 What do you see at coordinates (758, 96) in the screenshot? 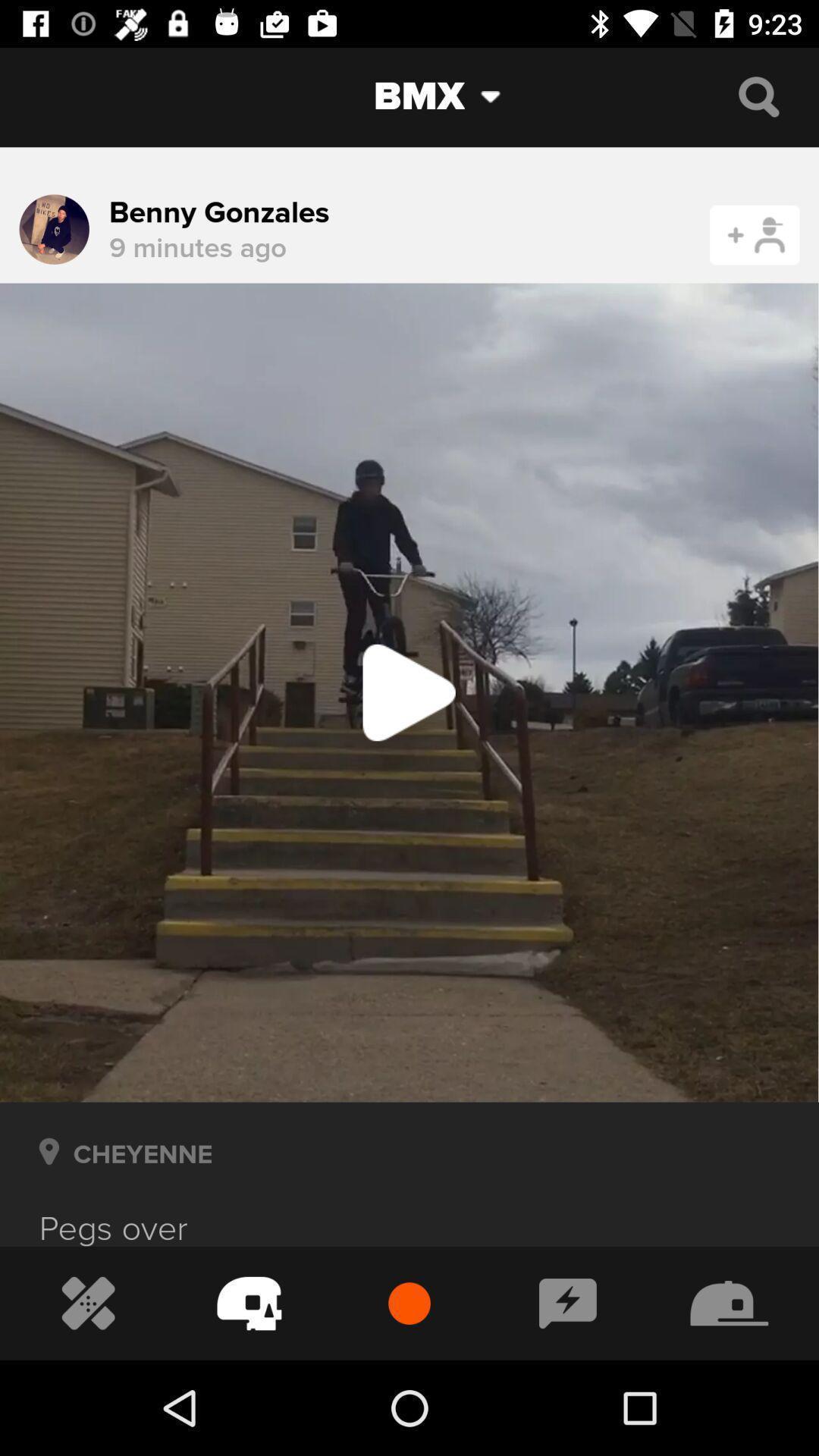
I see `the search icon` at bounding box center [758, 96].